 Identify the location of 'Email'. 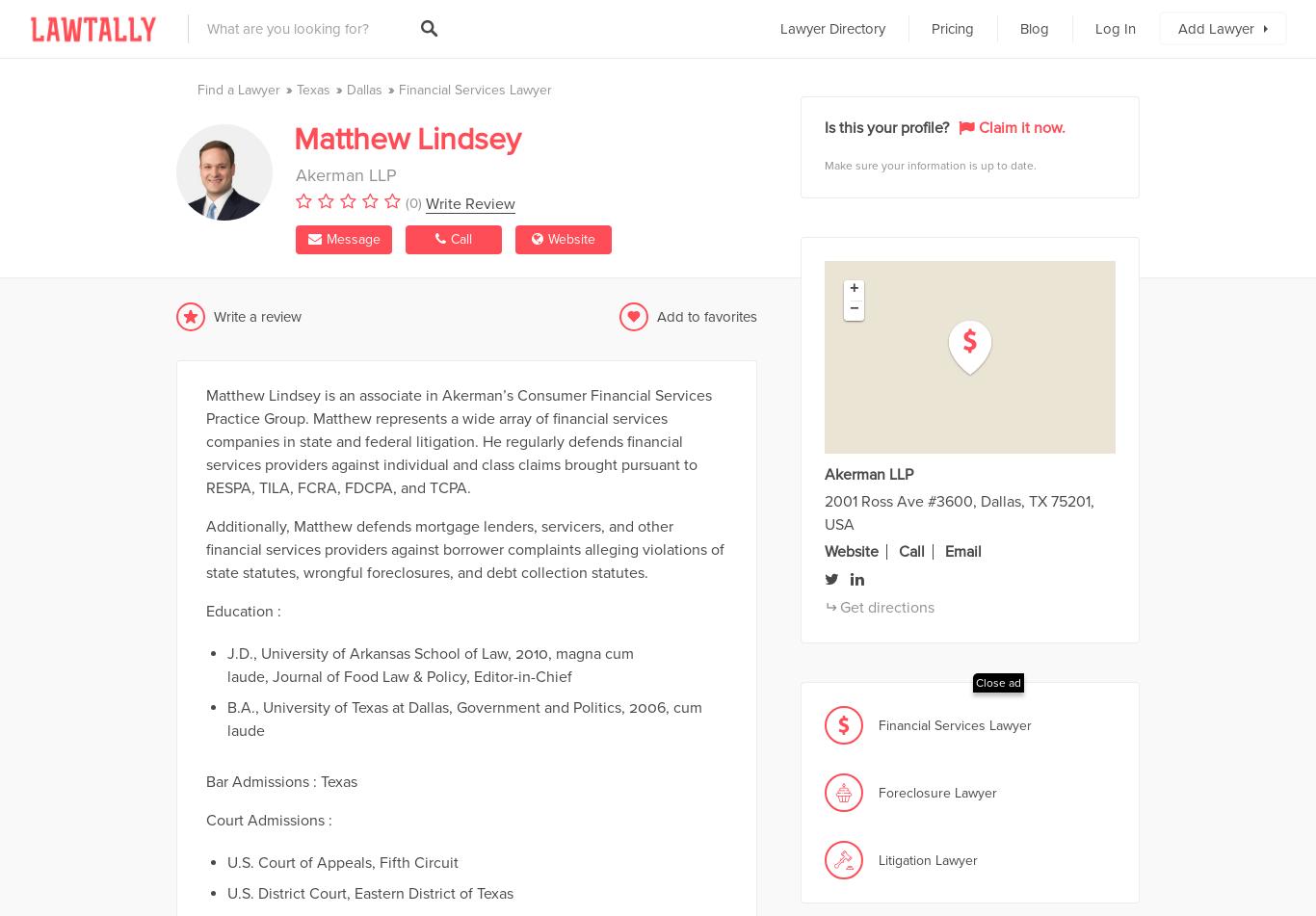
(961, 550).